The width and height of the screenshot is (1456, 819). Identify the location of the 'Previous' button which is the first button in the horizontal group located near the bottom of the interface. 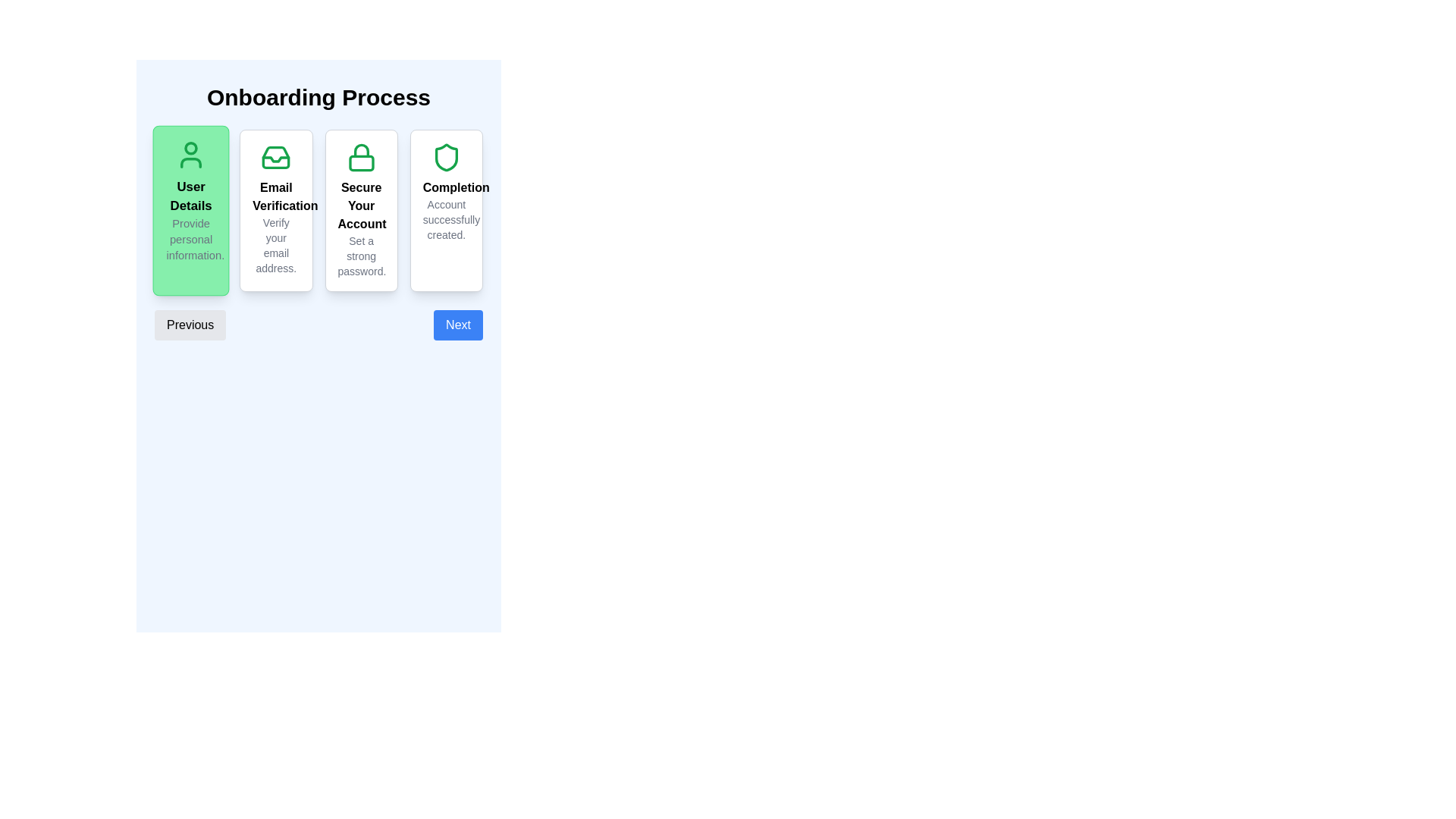
(190, 324).